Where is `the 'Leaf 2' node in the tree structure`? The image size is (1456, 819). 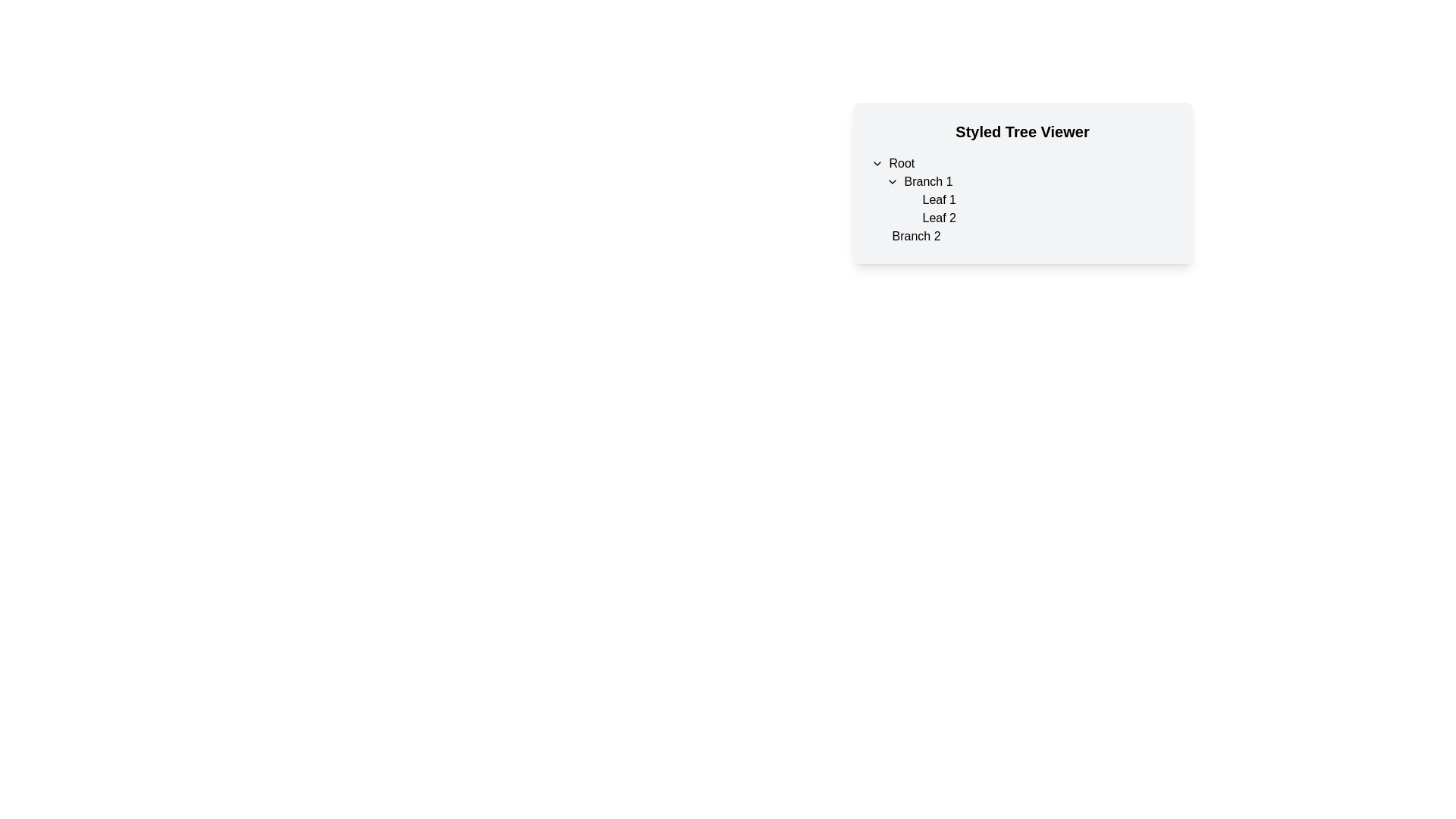
the 'Leaf 2' node in the tree structure is located at coordinates (1044, 218).